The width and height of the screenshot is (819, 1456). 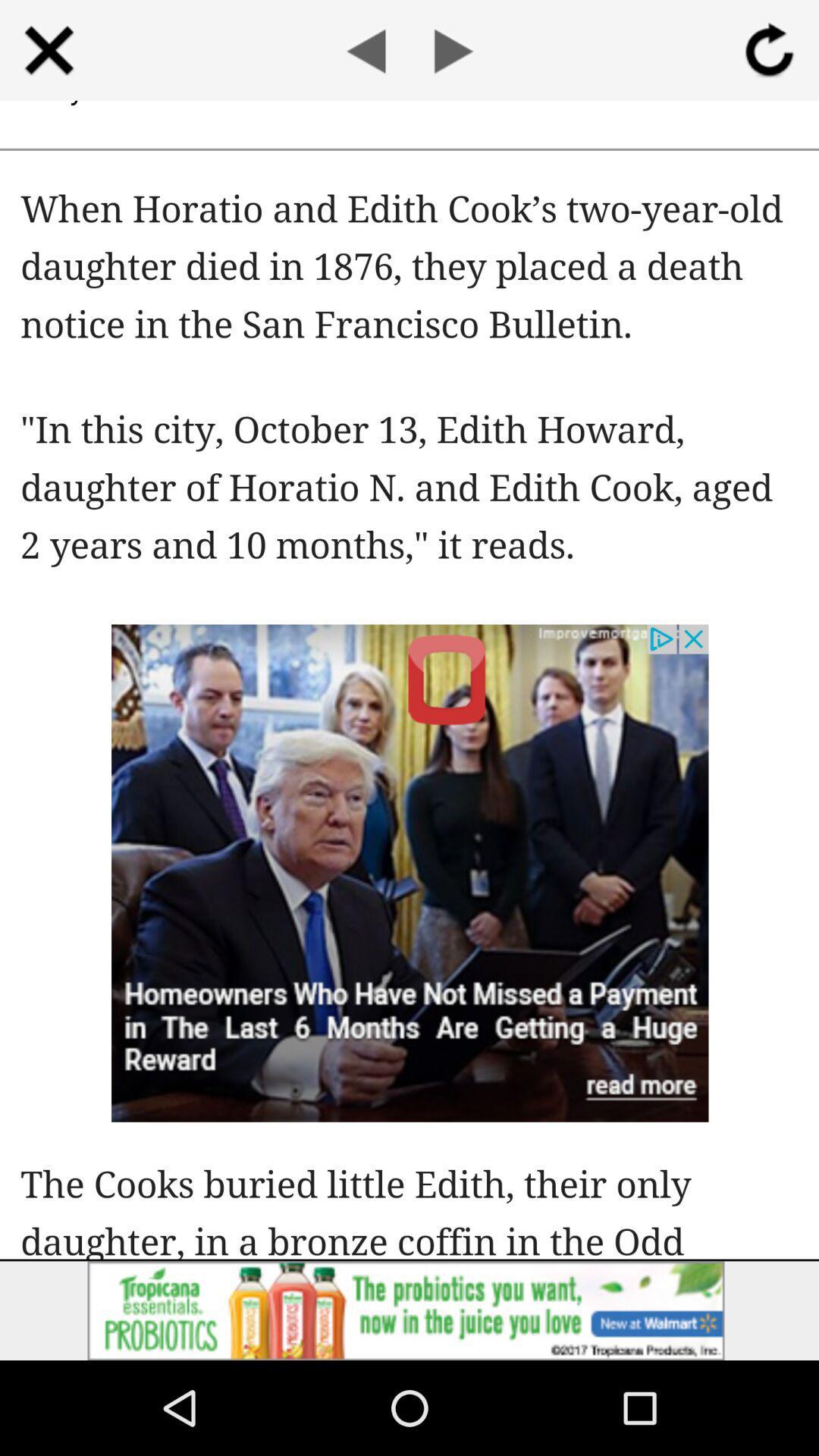 I want to click on page, so click(x=48, y=50).